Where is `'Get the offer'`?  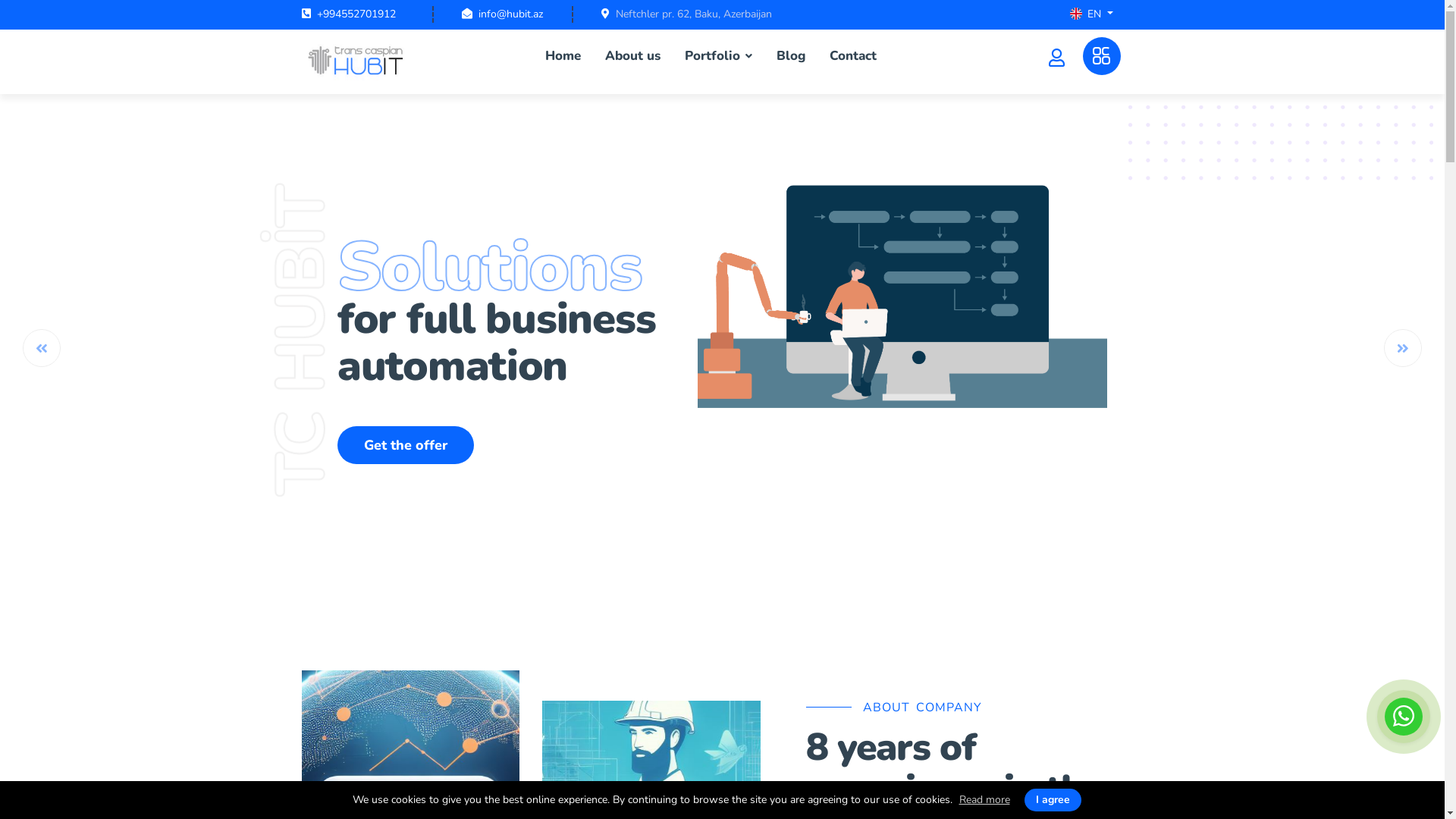 'Get the offer' is located at coordinates (405, 444).